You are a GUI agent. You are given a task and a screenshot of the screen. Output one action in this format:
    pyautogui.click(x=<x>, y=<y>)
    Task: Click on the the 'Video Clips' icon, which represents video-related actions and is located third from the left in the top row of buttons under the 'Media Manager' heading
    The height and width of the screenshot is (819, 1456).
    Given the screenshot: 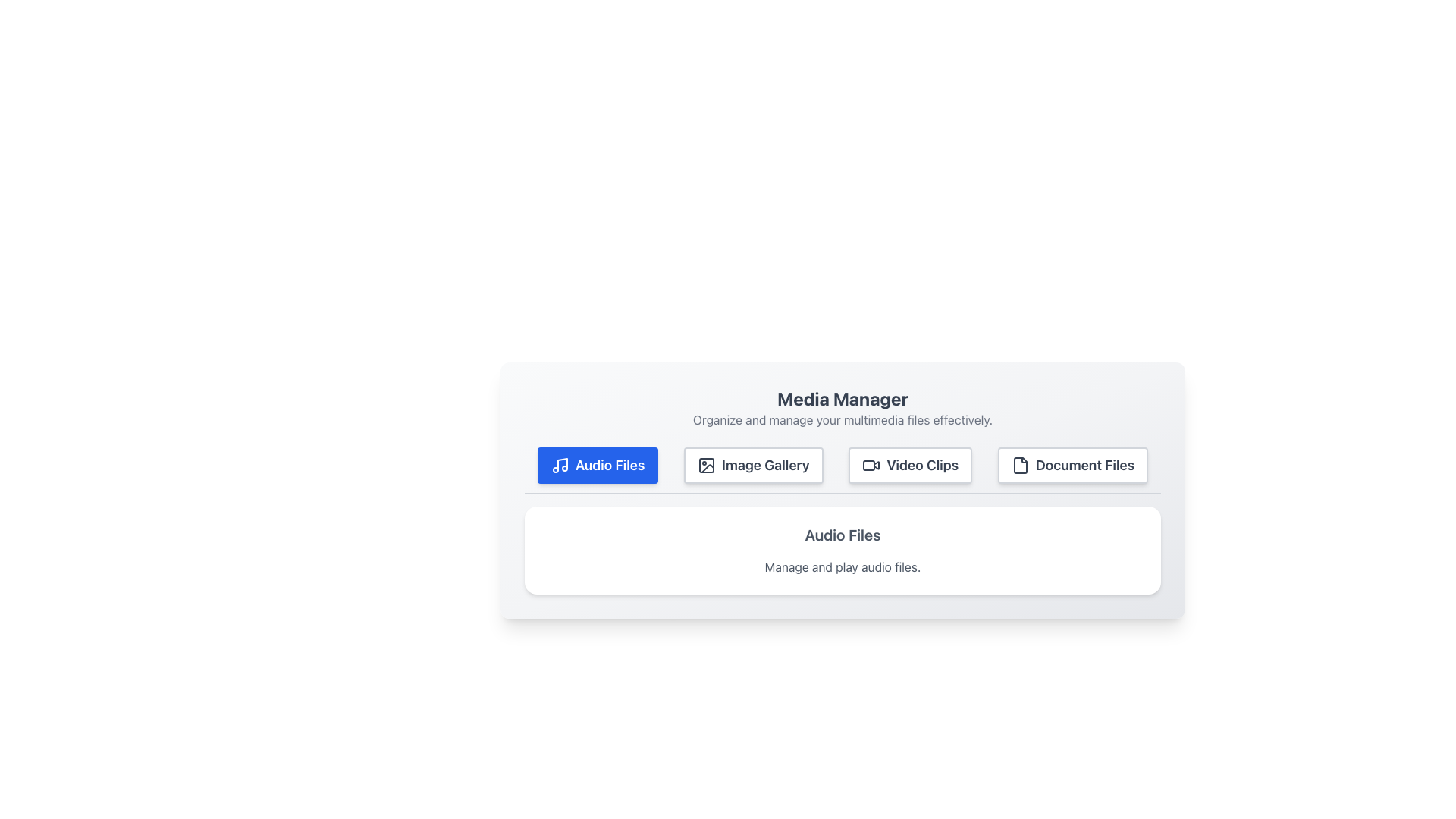 What is the action you would take?
    pyautogui.click(x=871, y=464)
    